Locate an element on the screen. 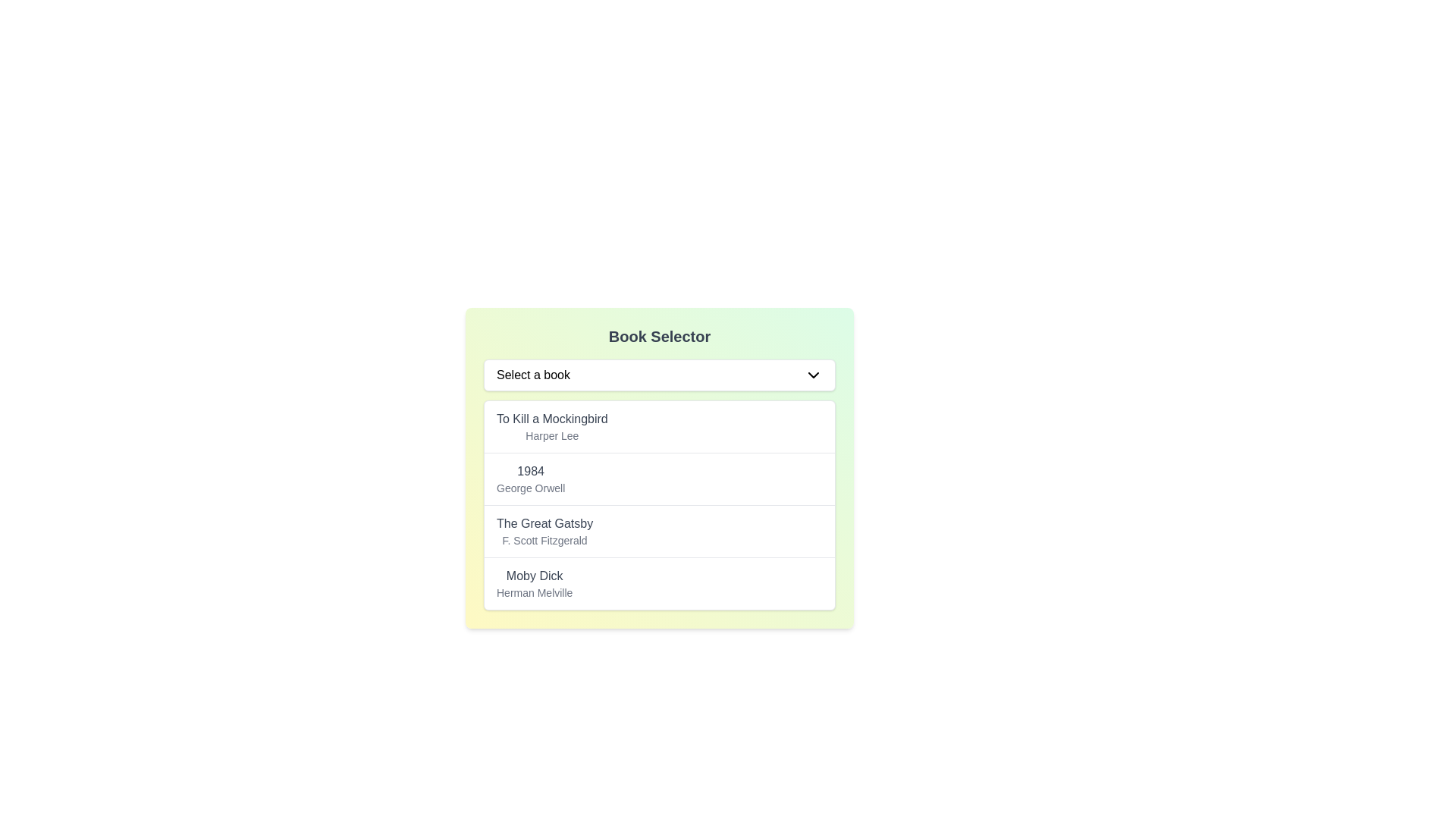 This screenshot has height=819, width=1456. the third item in the book choosing UI, which is 'The Great Gatsby' is located at coordinates (659, 529).